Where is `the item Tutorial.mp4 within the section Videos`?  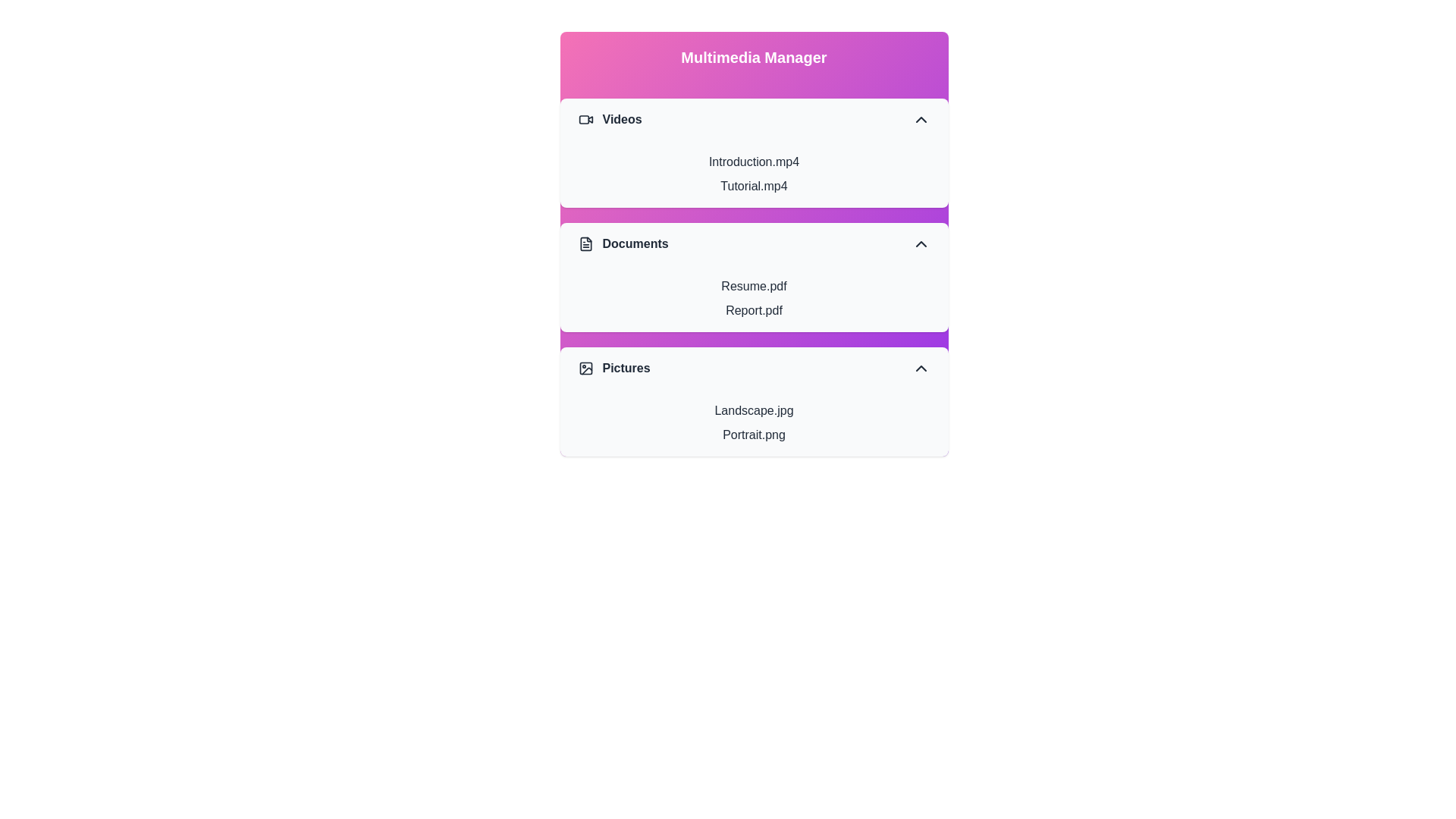
the item Tutorial.mp4 within the section Videos is located at coordinates (754, 186).